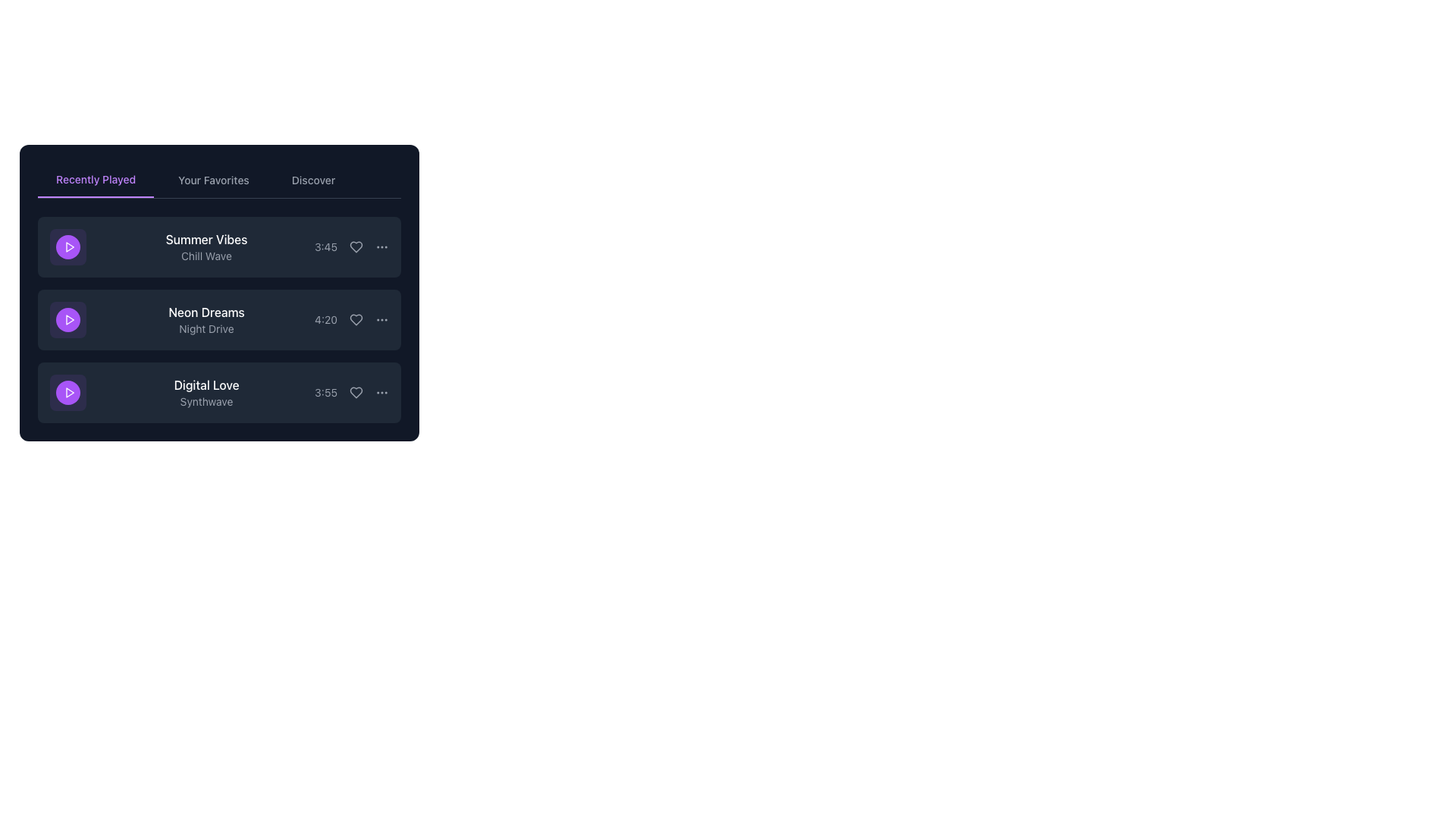 This screenshot has width=1456, height=819. I want to click on the third heart icon in the vertical list to favorite or unfavorite the corresponding song in the 'Recently Played' tab, so click(356, 391).